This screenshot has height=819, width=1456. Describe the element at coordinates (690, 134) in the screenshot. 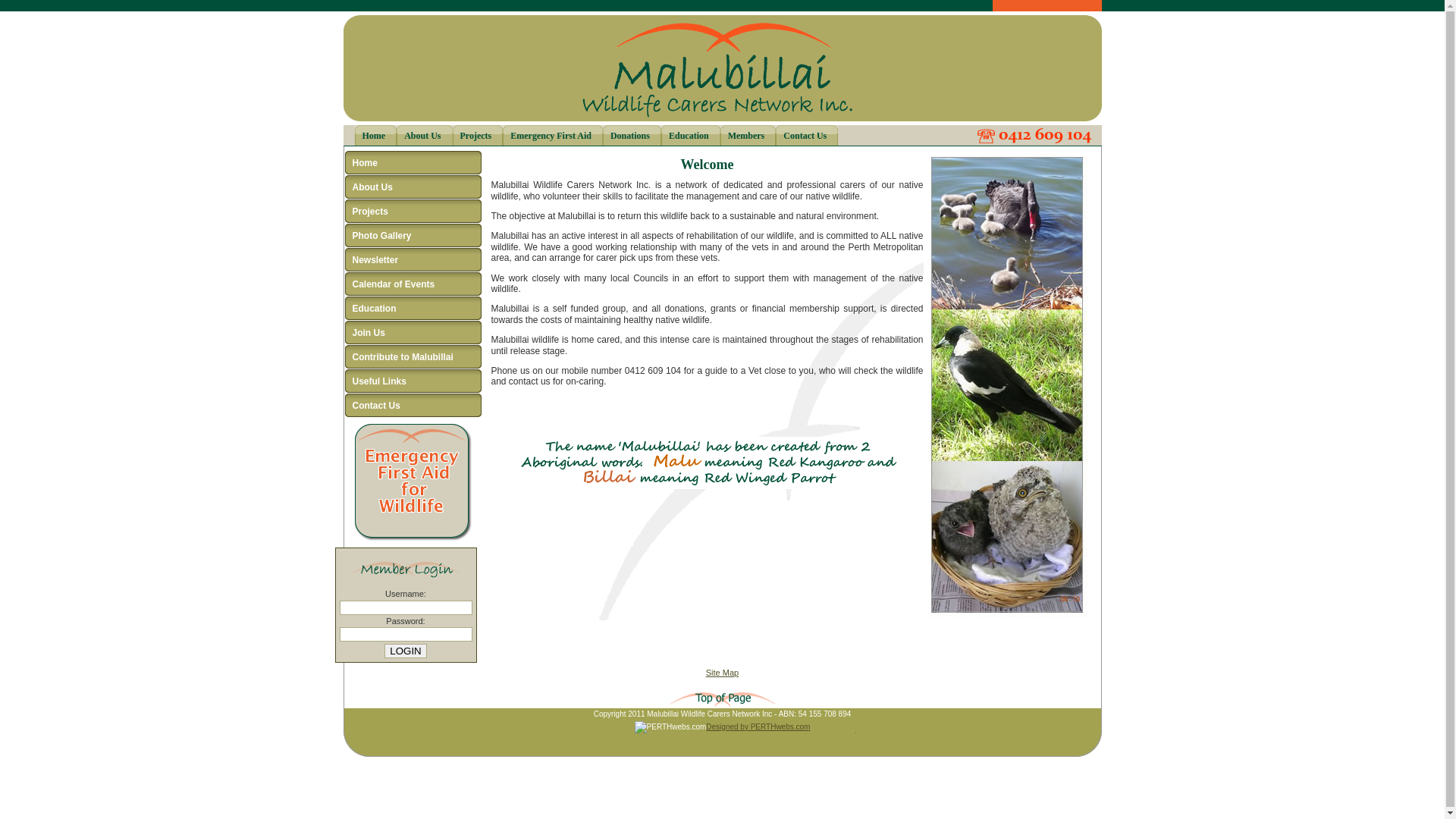

I see `'Education'` at that location.